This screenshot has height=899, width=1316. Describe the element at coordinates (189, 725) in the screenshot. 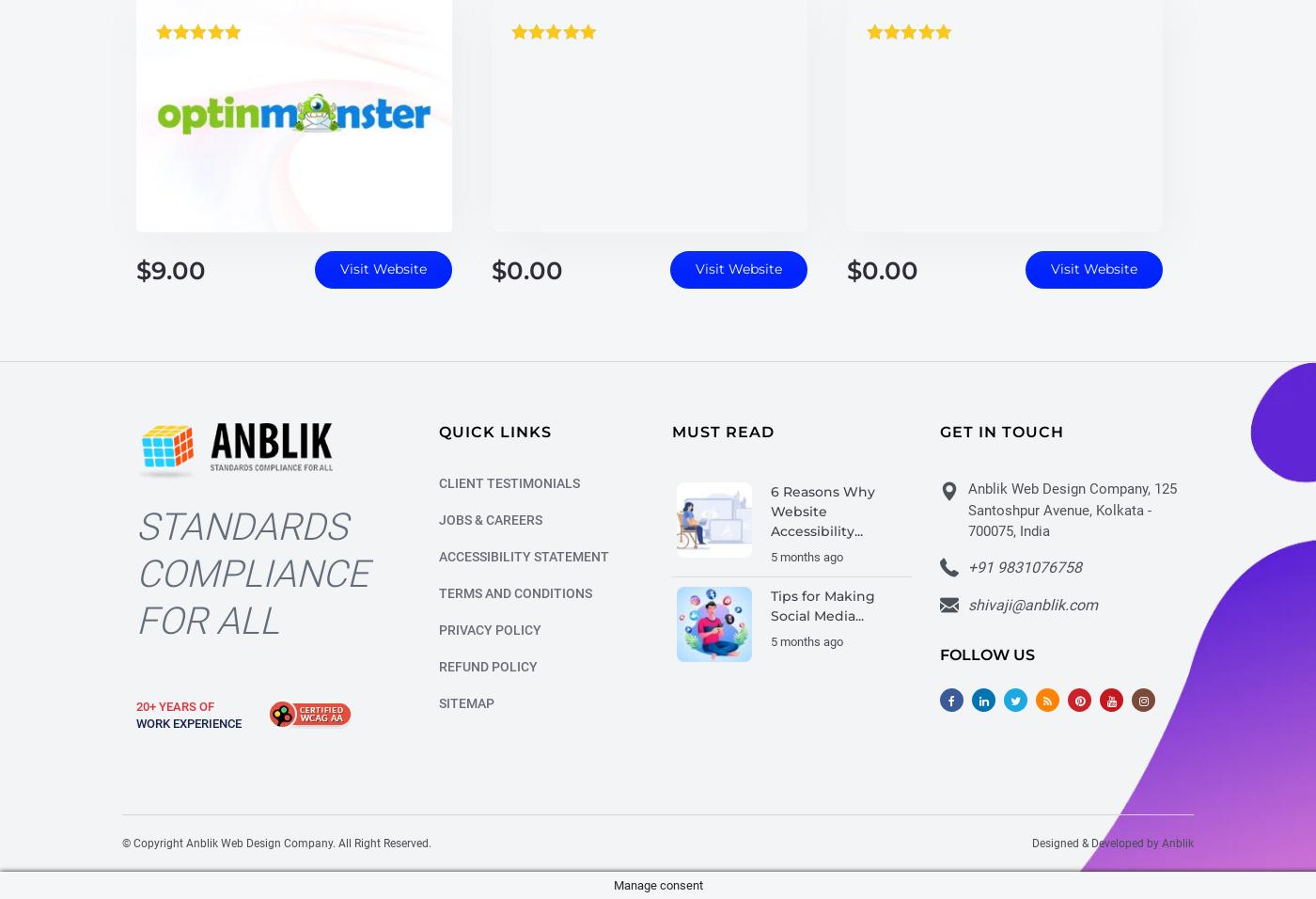

I see `'Work experience'` at that location.